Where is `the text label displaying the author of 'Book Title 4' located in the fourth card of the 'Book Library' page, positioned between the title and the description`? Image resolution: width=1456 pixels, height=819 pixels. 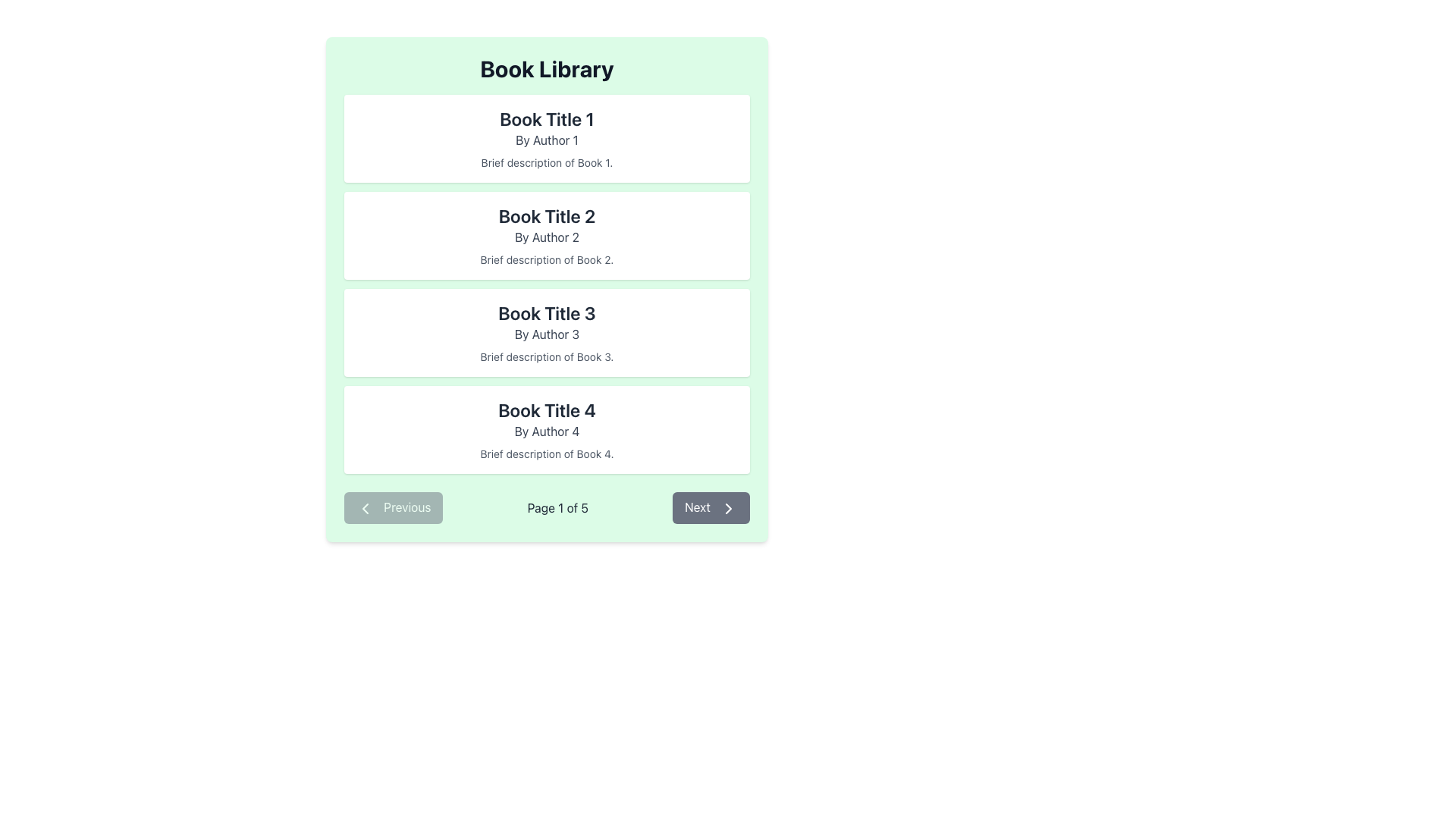 the text label displaying the author of 'Book Title 4' located in the fourth card of the 'Book Library' page, positioned between the title and the description is located at coordinates (546, 431).